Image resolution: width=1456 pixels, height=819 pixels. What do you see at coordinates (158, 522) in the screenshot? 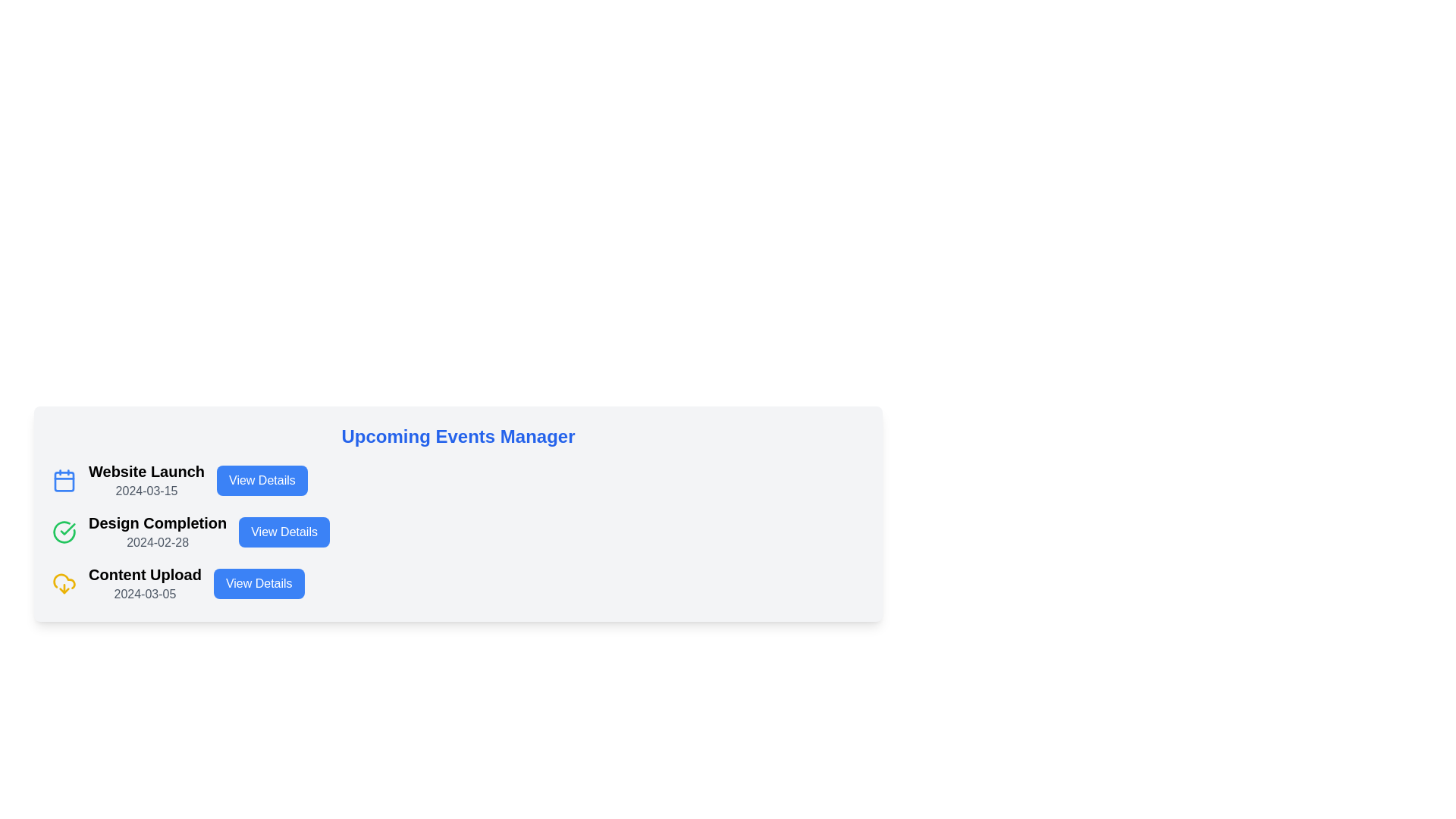
I see `the text label element reading 'Design Completion' which is styled in a bold black font and located on the left side of a white card interface, below 'Website Launch' and above 'Content Upload'` at bounding box center [158, 522].